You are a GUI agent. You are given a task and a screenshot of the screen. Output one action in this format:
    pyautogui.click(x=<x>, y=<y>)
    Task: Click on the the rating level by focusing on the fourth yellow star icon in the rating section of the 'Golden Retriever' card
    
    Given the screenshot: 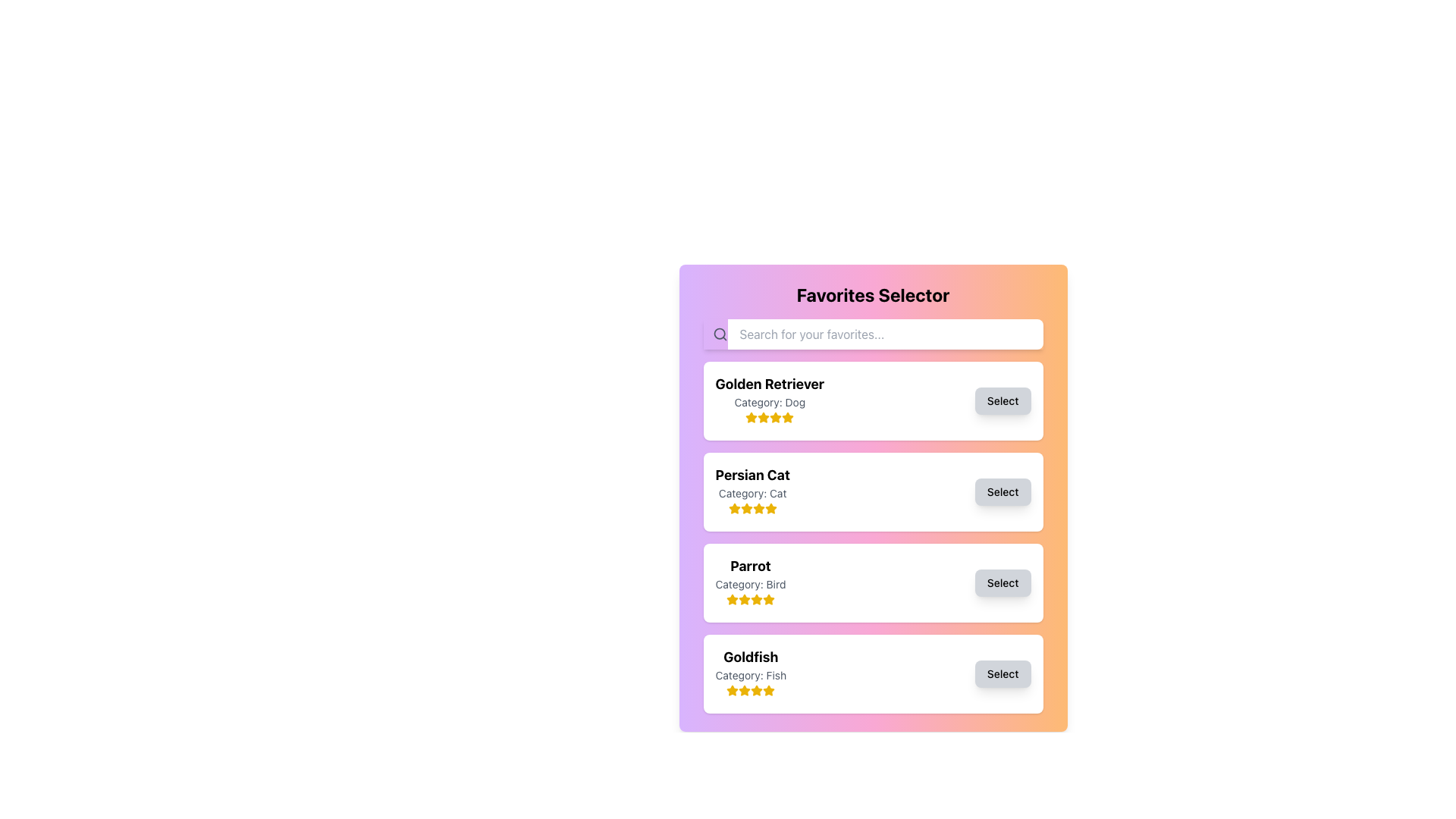 What is the action you would take?
    pyautogui.click(x=776, y=418)
    